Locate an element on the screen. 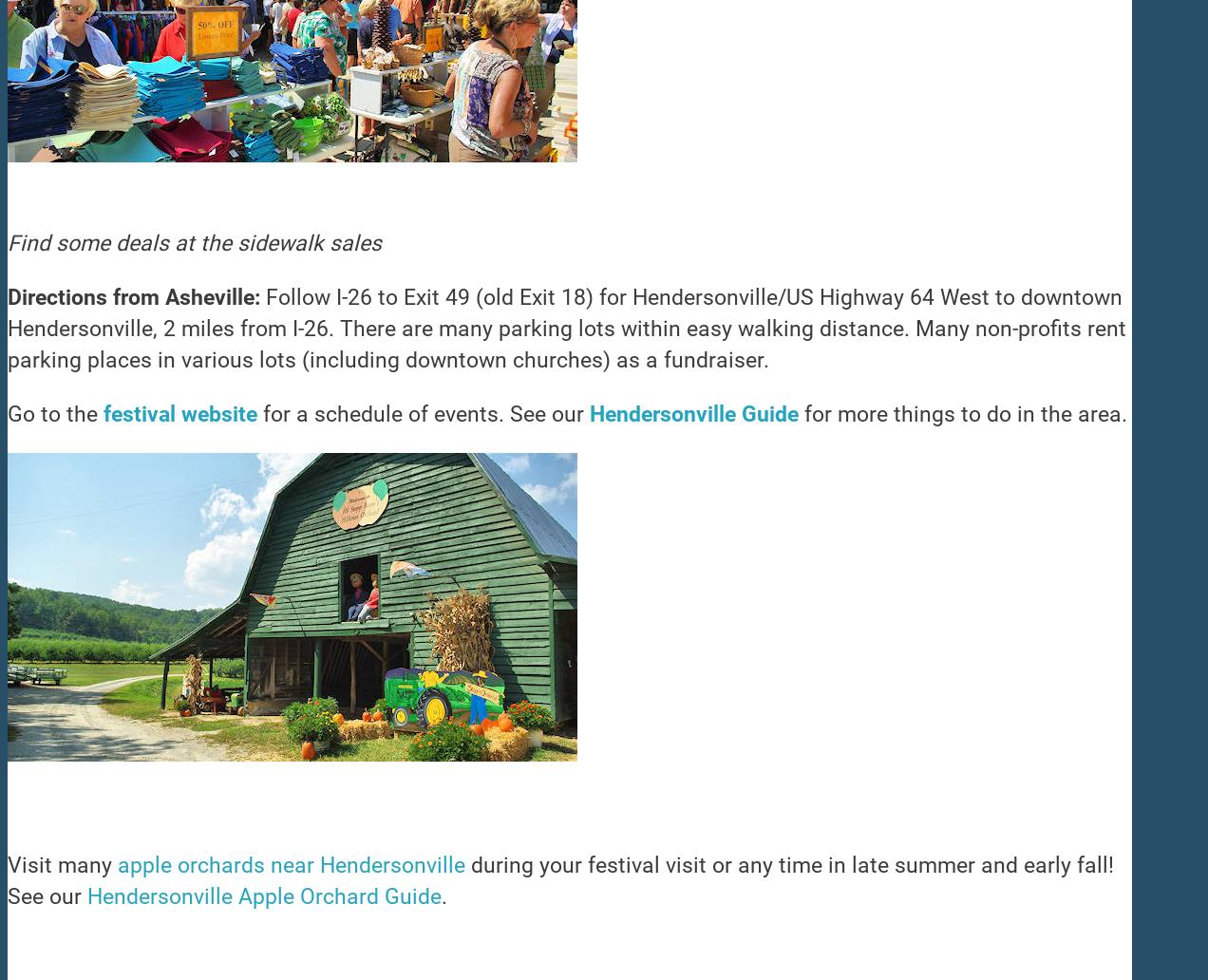  'for more things to do in the area.' is located at coordinates (963, 413).